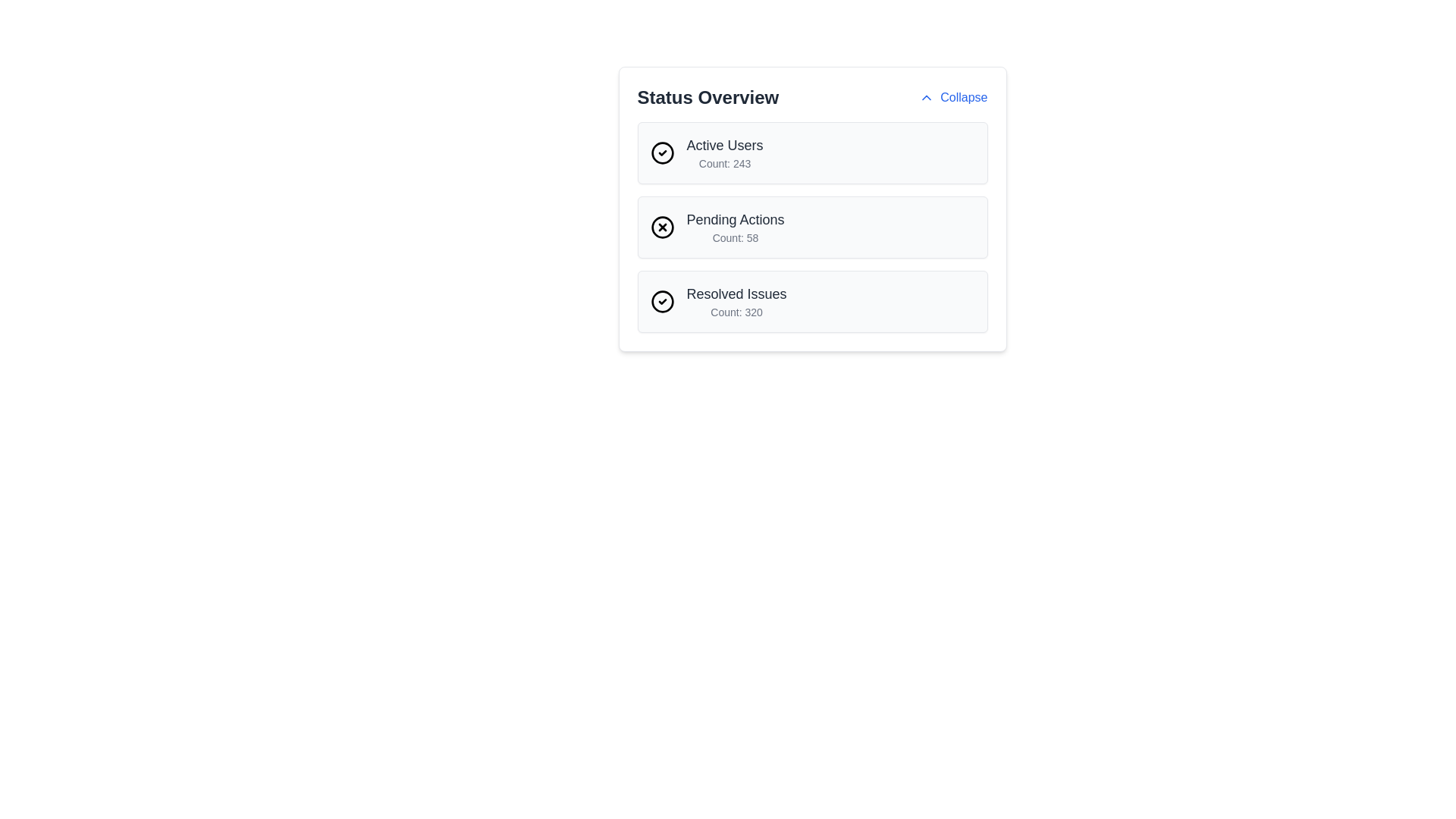  Describe the element at coordinates (952, 97) in the screenshot. I see `the toggle button for collapsing or expanding the 'Status Overview' section` at that location.